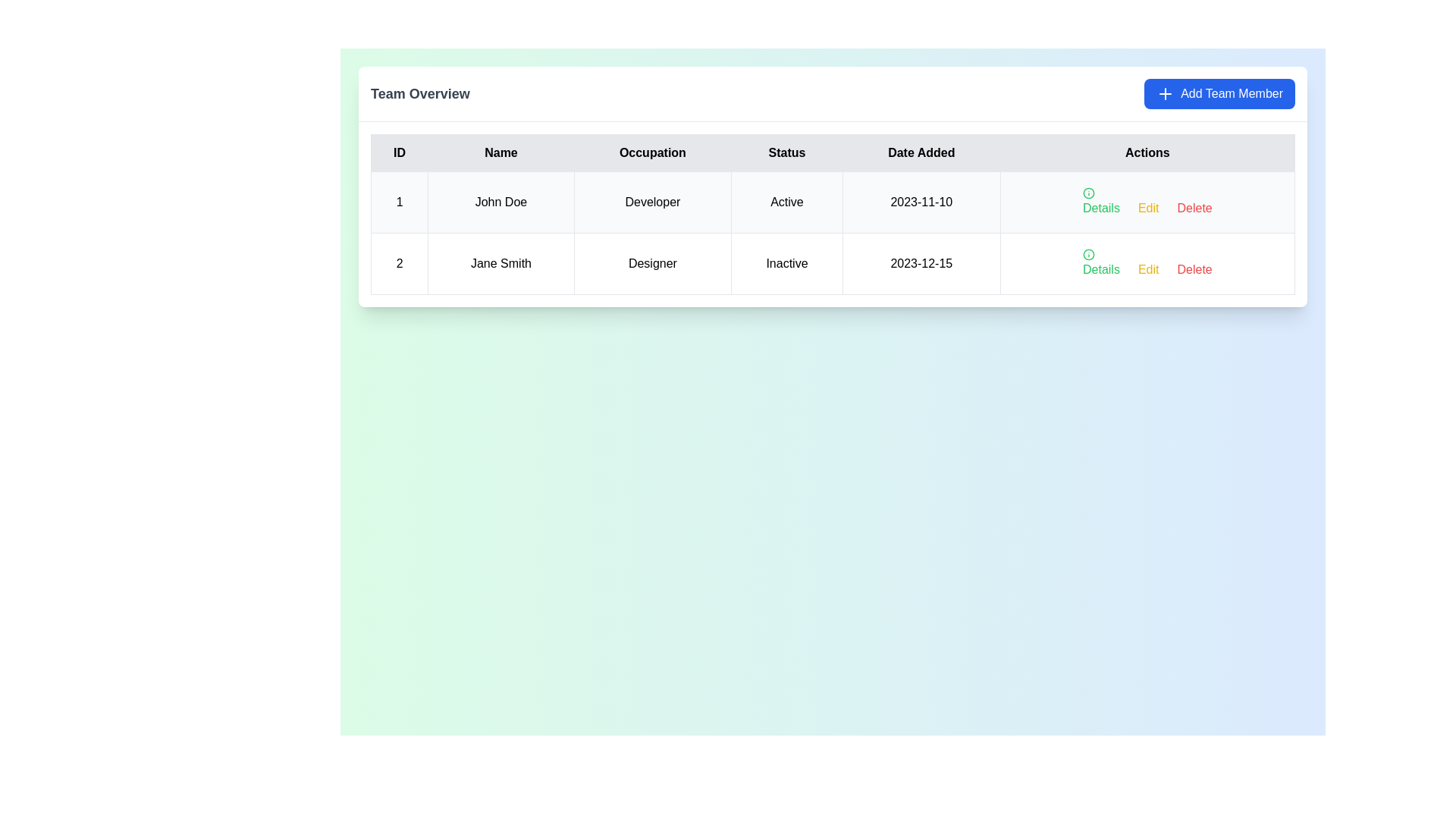 The image size is (1456, 819). I want to click on text 'Date Added' from the header cell of the 'Date Added' column, which is located in the fifth column of the table's header row, so click(921, 152).